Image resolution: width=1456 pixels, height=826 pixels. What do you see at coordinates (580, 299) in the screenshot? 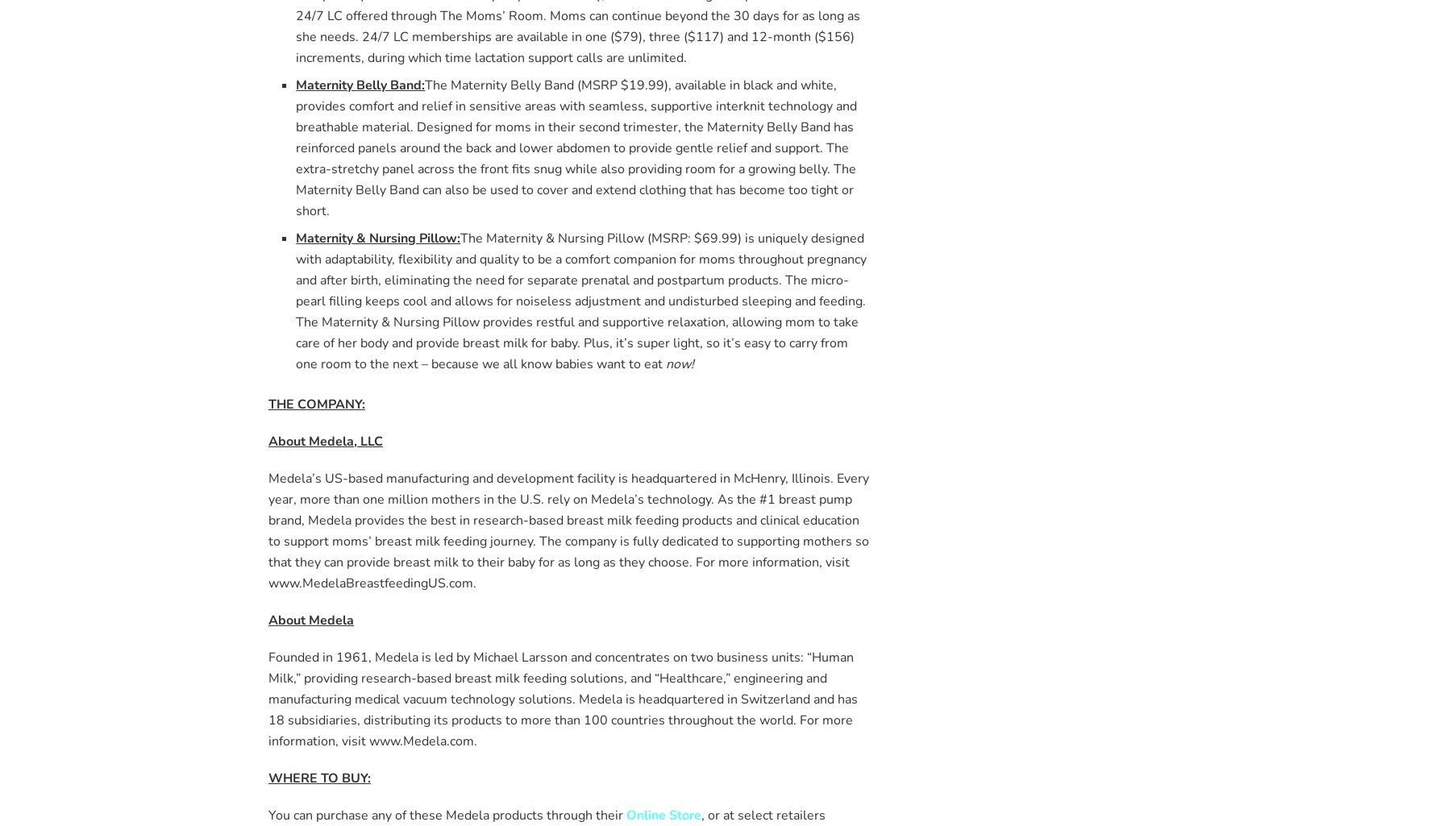
I see `'The Maternity & Nursing Pillow (MSRP: $69.99) is uniquely designed with adaptability, flexibility and quality to be a comfort companion for moms throughout pregnancy and after birth, eliminating the need for separate prenatal and postpartum products. The micro-pearl filling keeps cool and allows for noiseless adjustment and undisturbed sleeping and feeding. The Maternity & Nursing Pillow provides restful and supportive relaxation, allowing mom to take care of her body and provide breast milk for baby. Plus, it’s super light, so it’s easy to carry from one room to the next – because we all know babies want to eat'` at bounding box center [580, 299].